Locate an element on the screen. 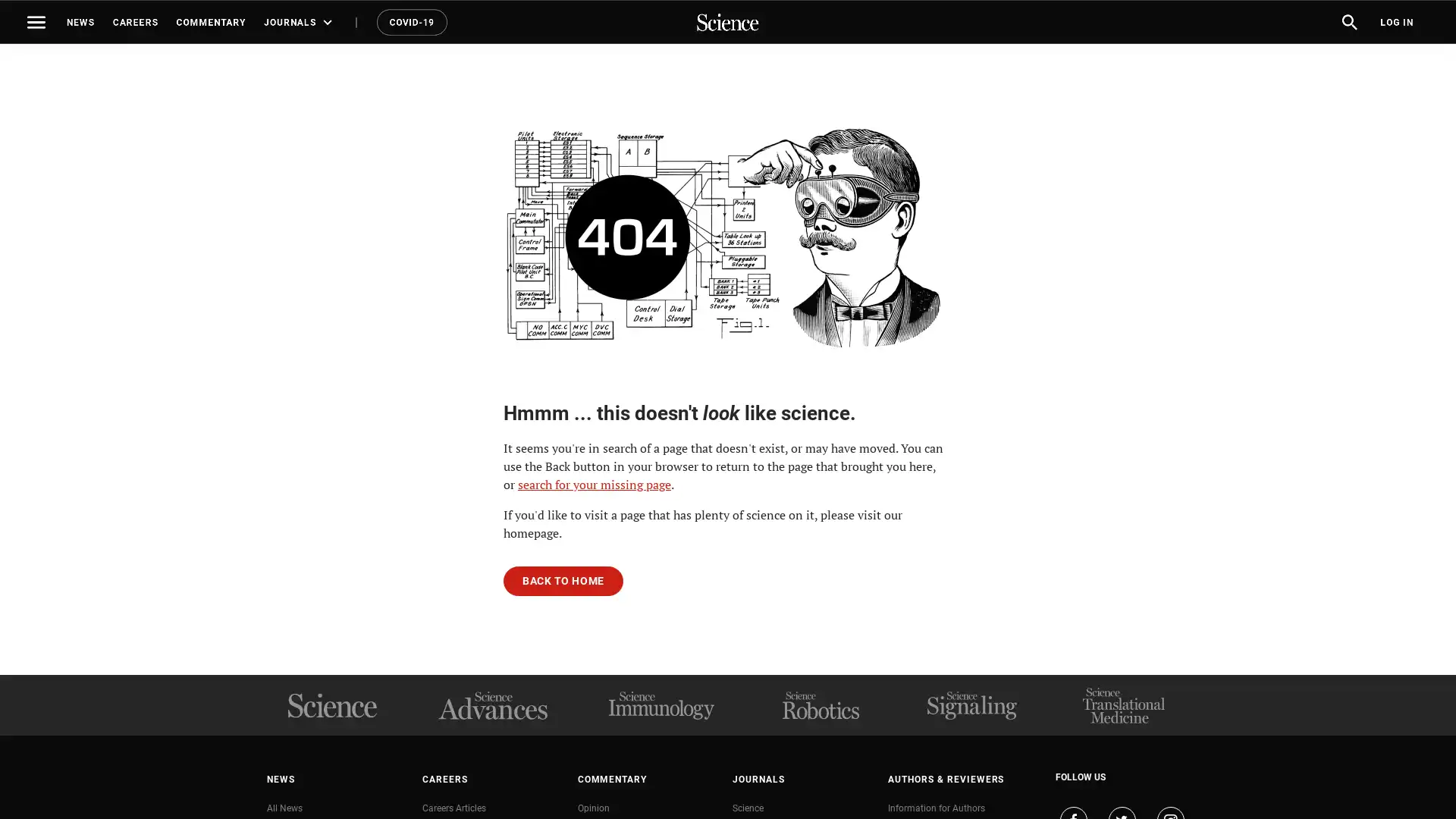 This screenshot has width=1456, height=819. JOURNALS is located at coordinates (300, 22).